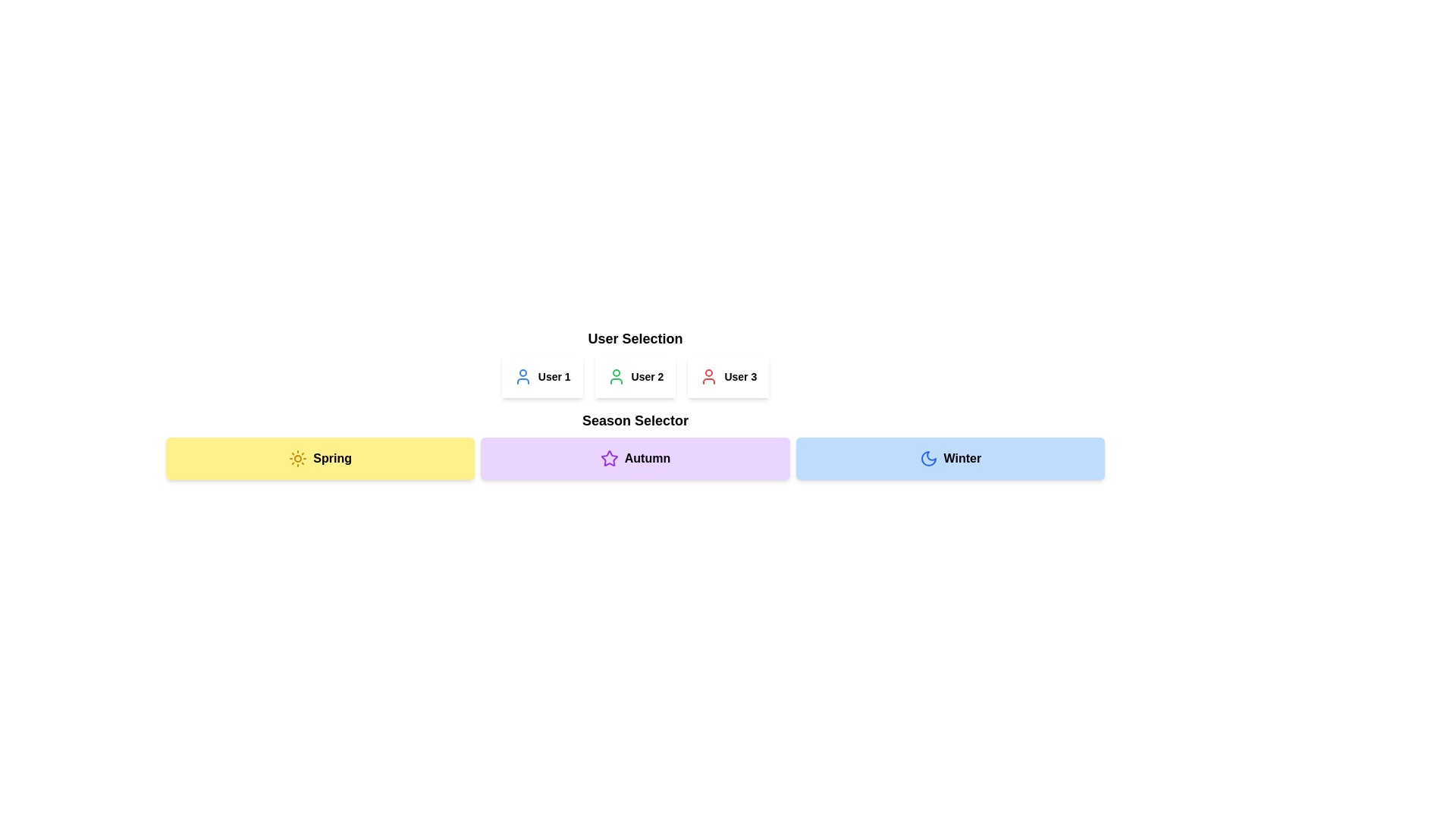  Describe the element at coordinates (609, 458) in the screenshot. I see `the star-shaped icon with a purple outline located in the 'Autumn' section of the Season Selector` at that location.